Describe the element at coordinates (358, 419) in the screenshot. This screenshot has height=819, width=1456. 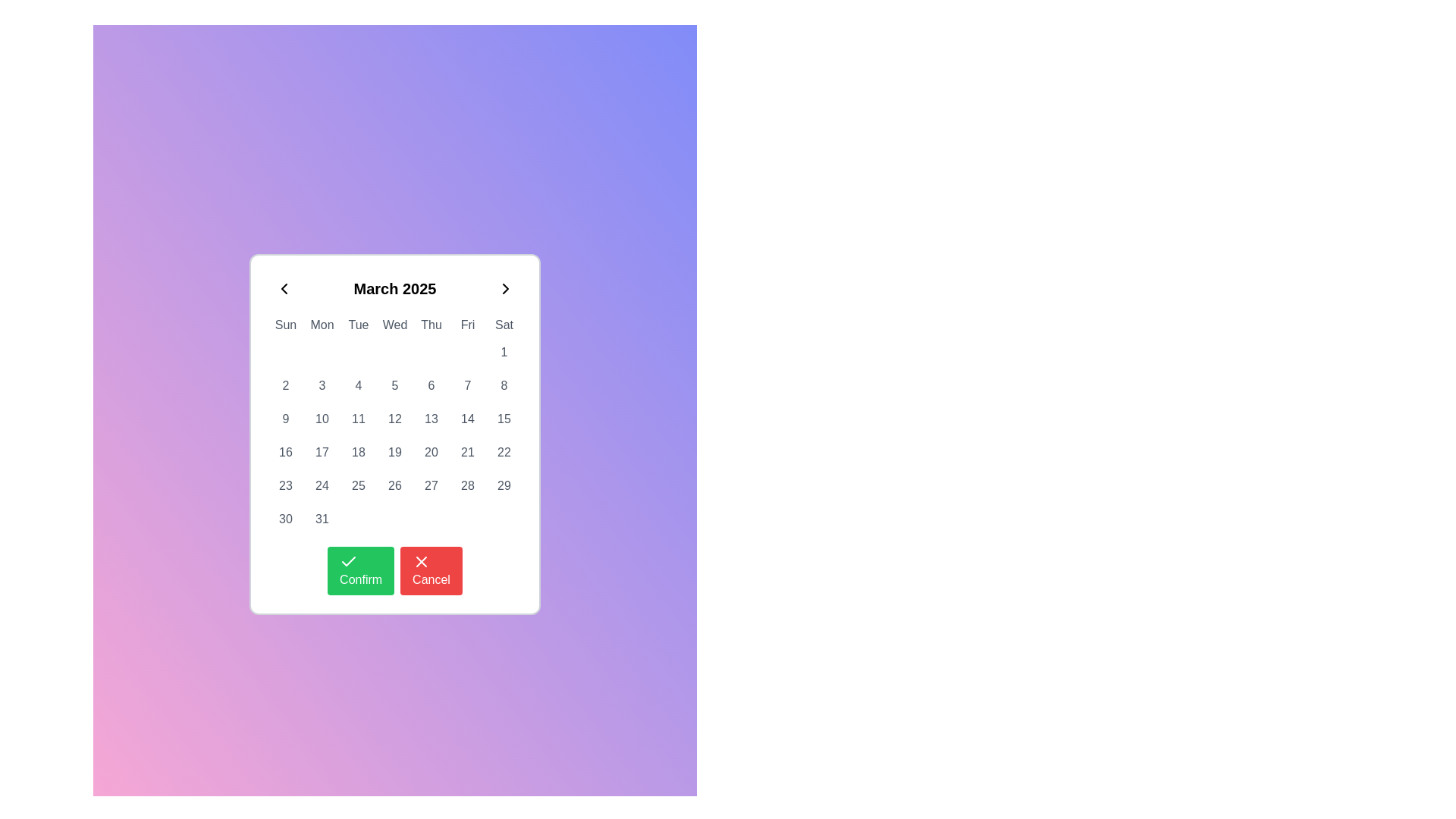
I see `the rounded rectangular button labeled '11' in the calendar grid under 'Wed'` at that location.